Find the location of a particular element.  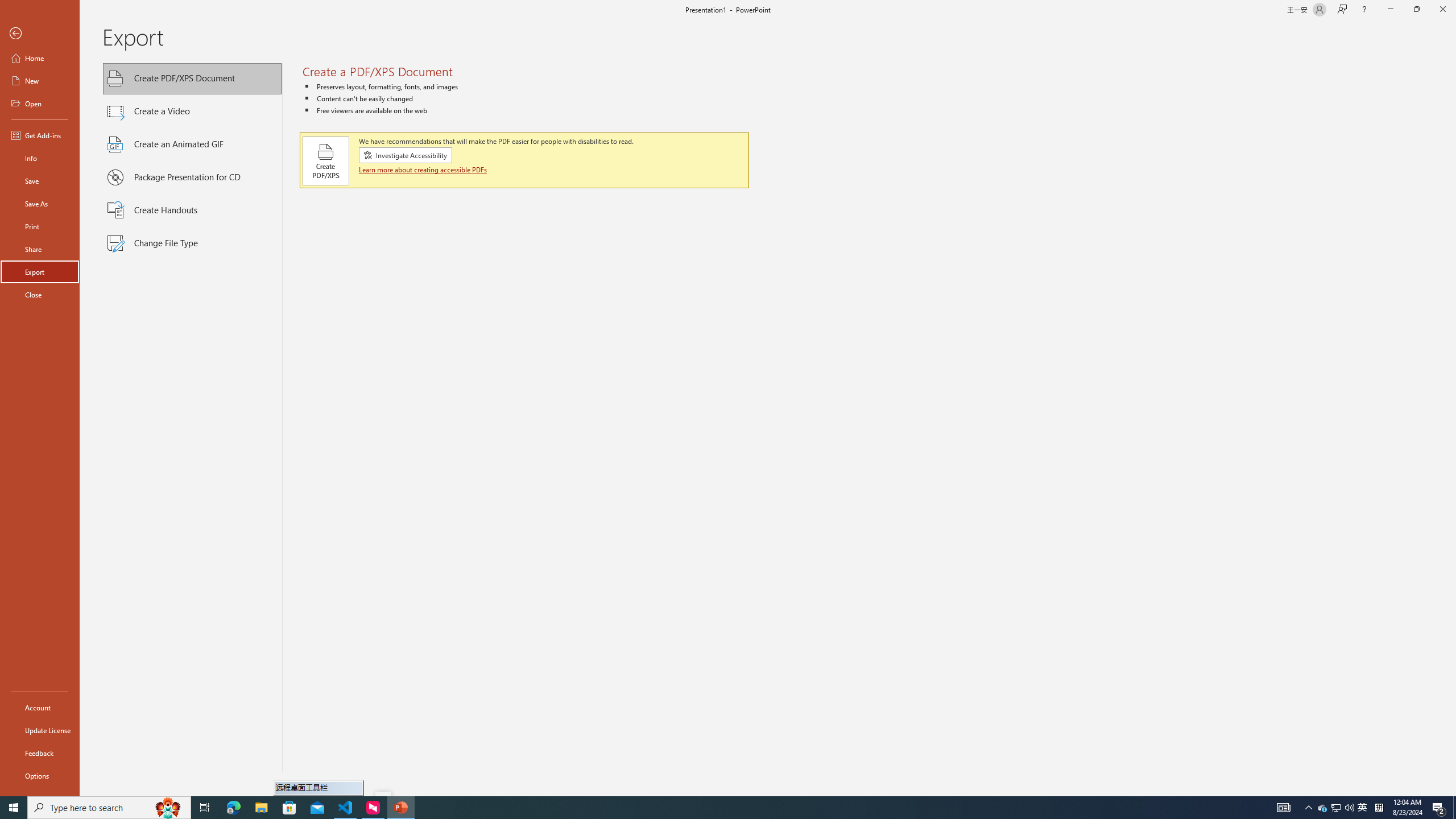

'Feedback' is located at coordinates (39, 753).